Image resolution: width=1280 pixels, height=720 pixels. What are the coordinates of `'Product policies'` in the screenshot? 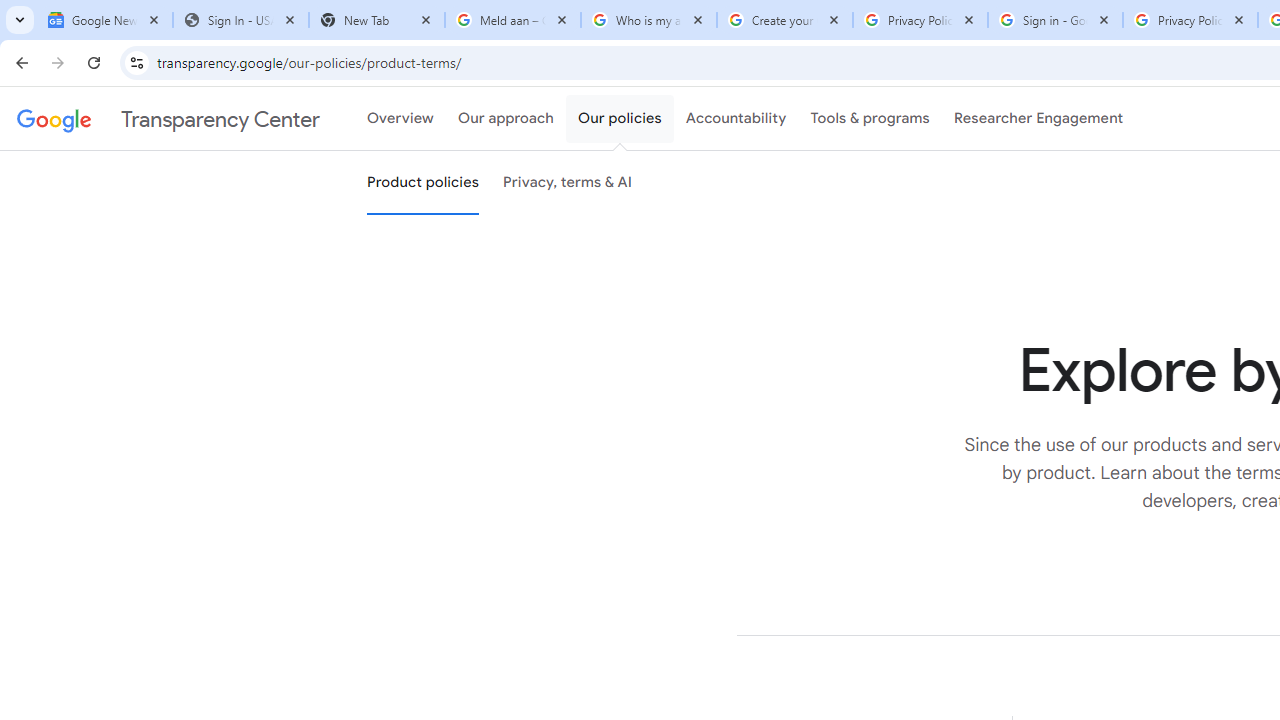 It's located at (422, 183).